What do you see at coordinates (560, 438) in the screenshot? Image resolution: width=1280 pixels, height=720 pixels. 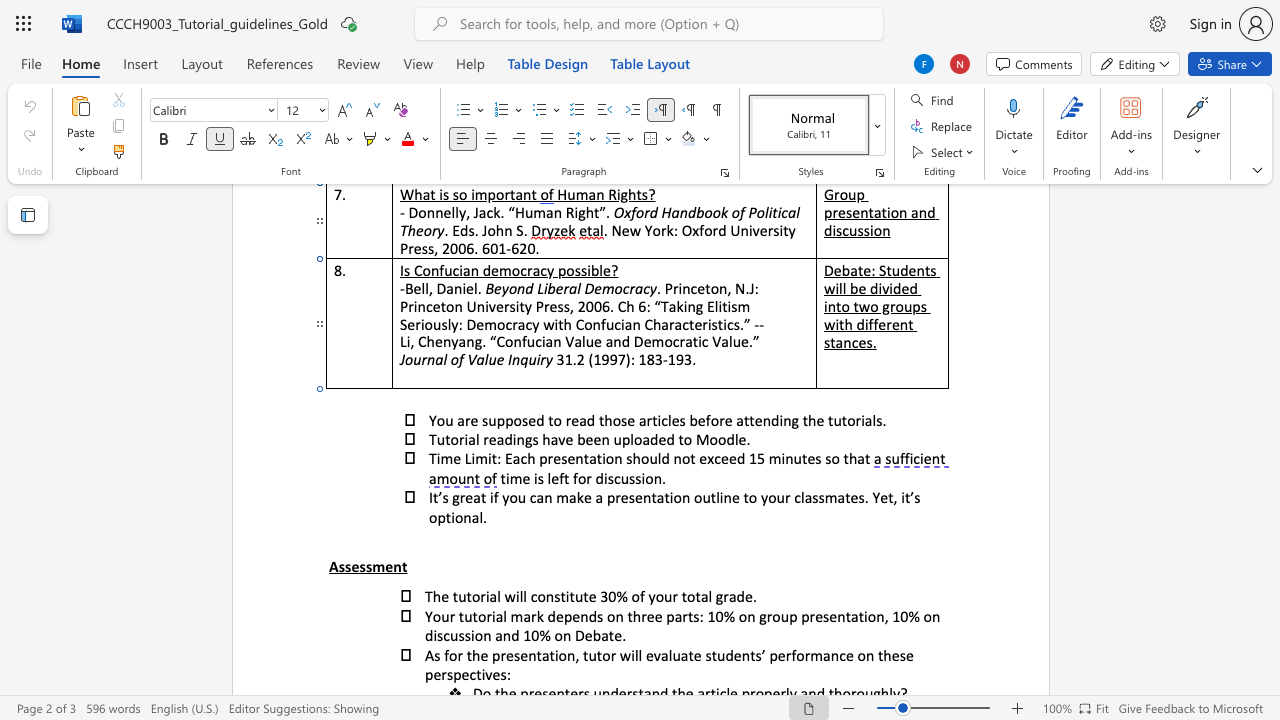 I see `the 1th character "v" in the text` at bounding box center [560, 438].